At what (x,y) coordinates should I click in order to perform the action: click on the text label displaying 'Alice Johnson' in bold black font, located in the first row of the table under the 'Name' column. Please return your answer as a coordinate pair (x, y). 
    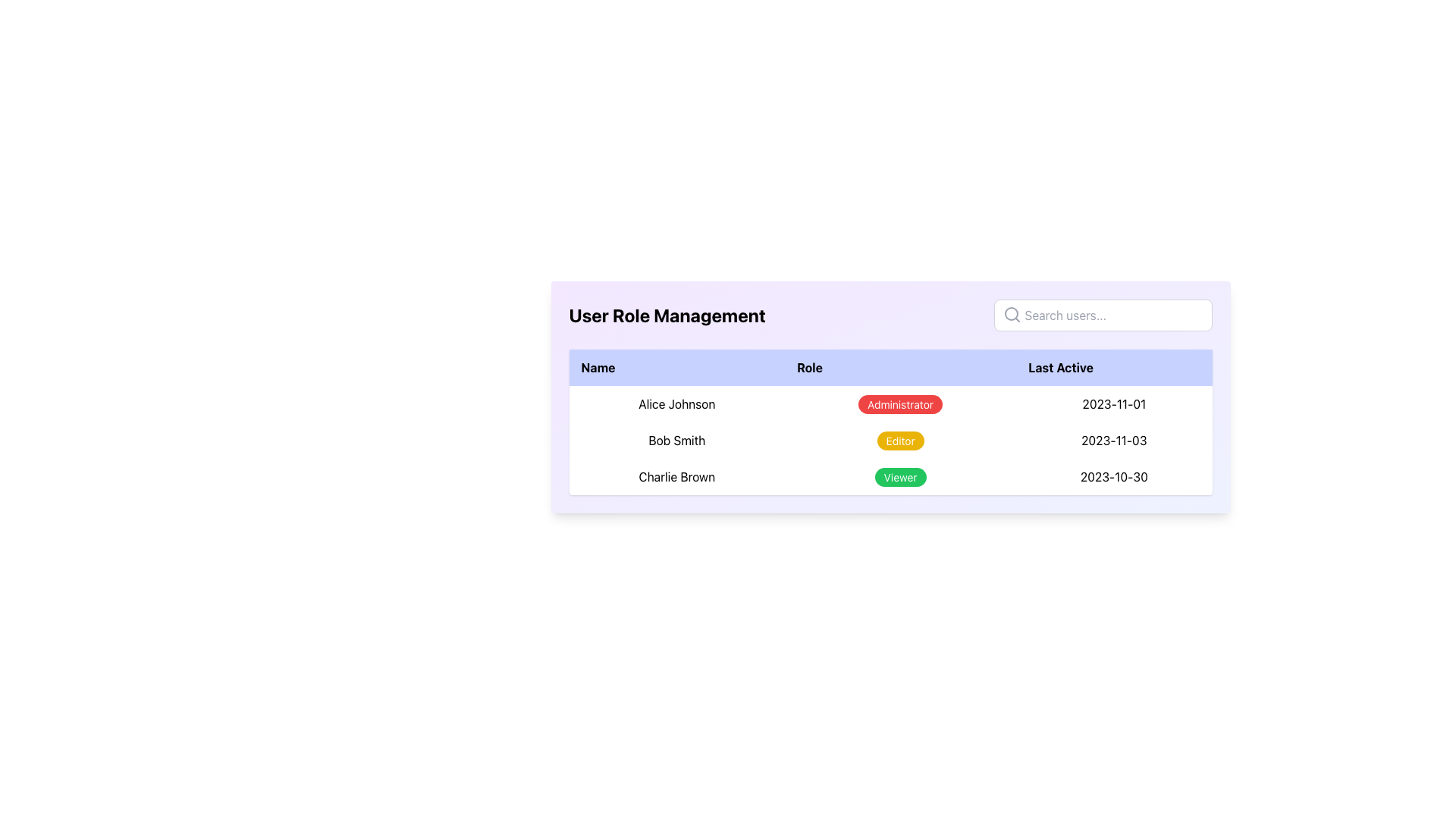
    Looking at the image, I should click on (676, 403).